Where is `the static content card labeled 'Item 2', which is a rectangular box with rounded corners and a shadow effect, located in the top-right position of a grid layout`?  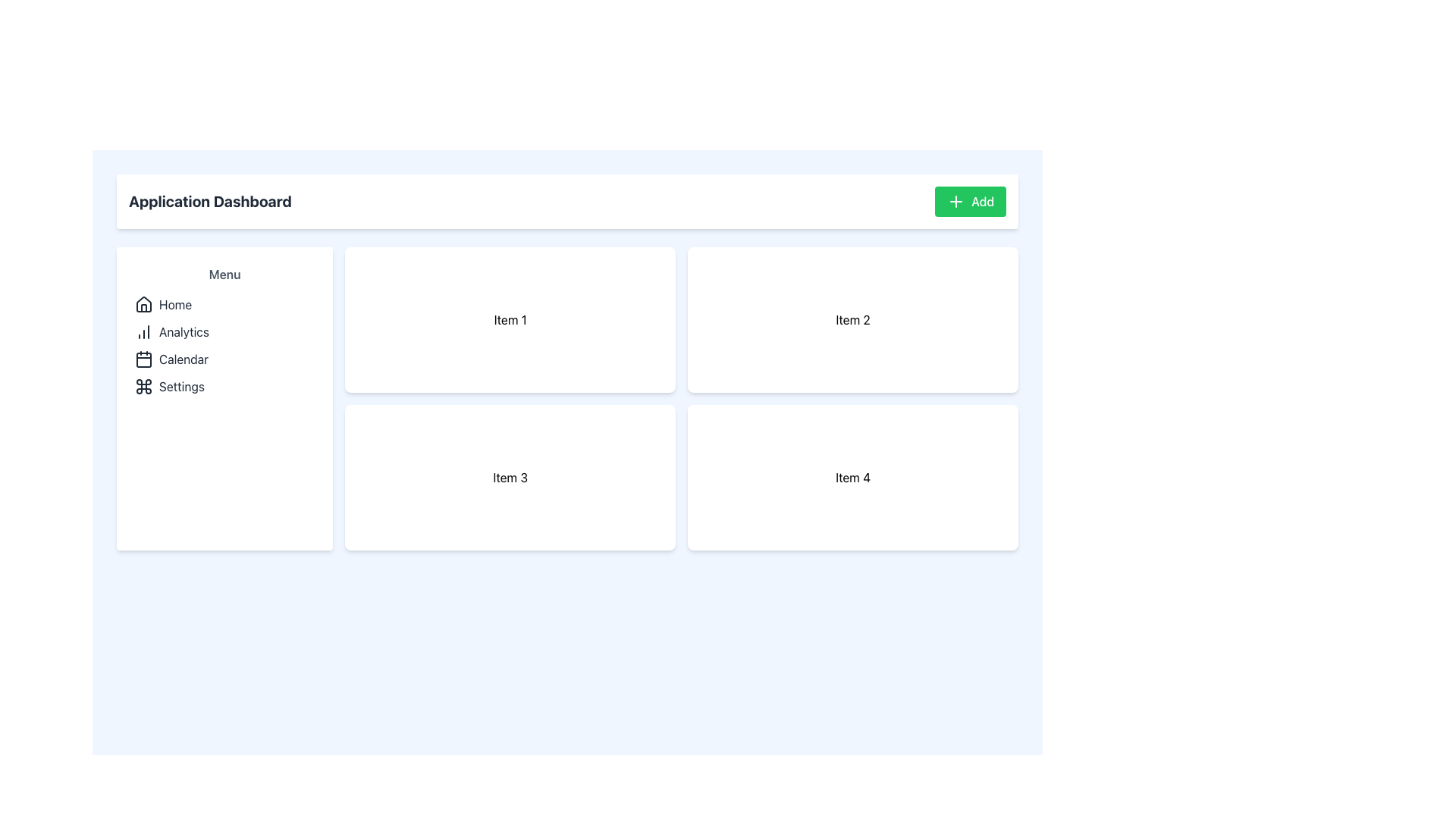
the static content card labeled 'Item 2', which is a rectangular box with rounded corners and a shadow effect, located in the top-right position of a grid layout is located at coordinates (853, 318).